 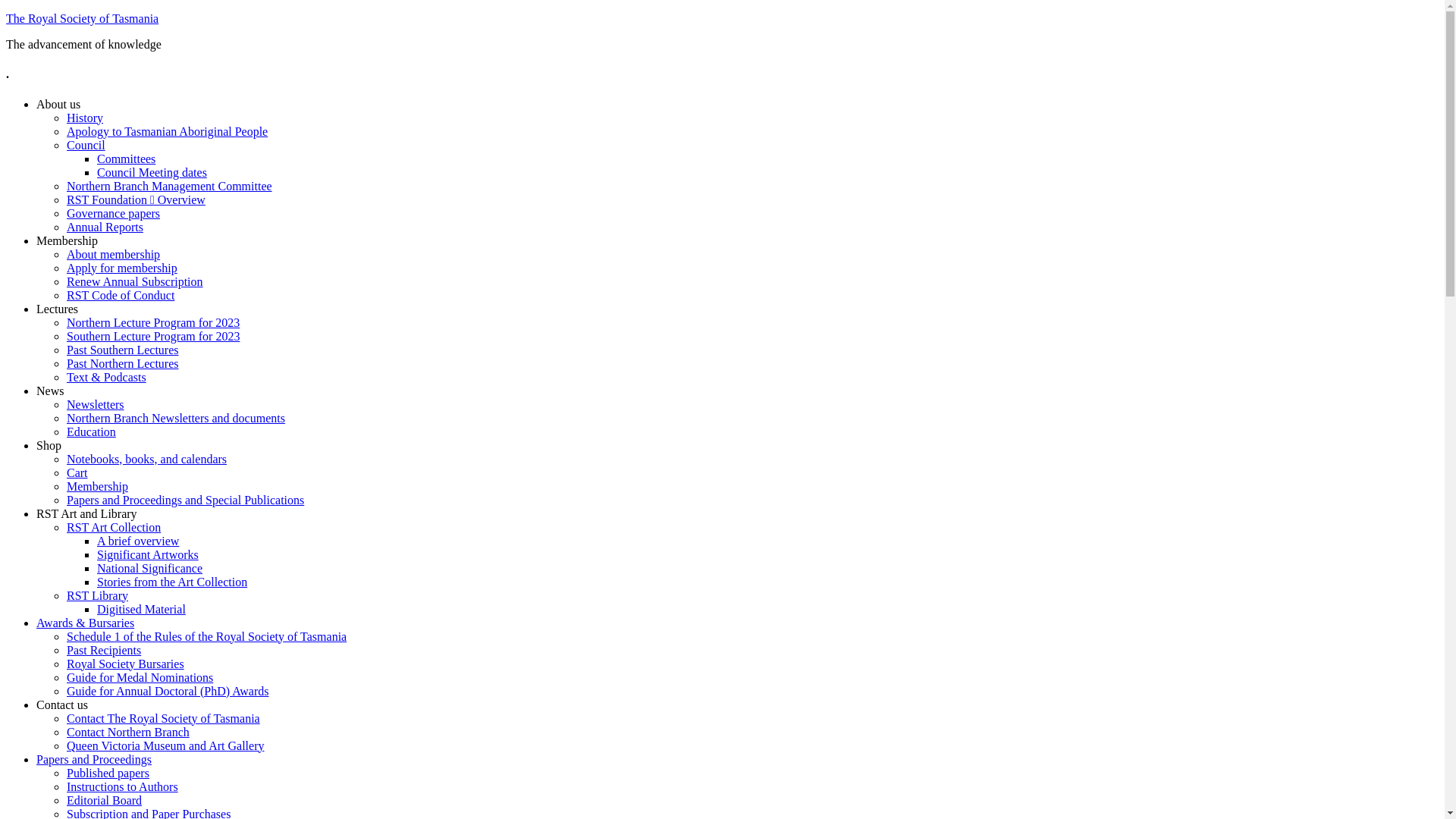 I want to click on 'Papers and Proceedings and Special Publications', so click(x=184, y=500).